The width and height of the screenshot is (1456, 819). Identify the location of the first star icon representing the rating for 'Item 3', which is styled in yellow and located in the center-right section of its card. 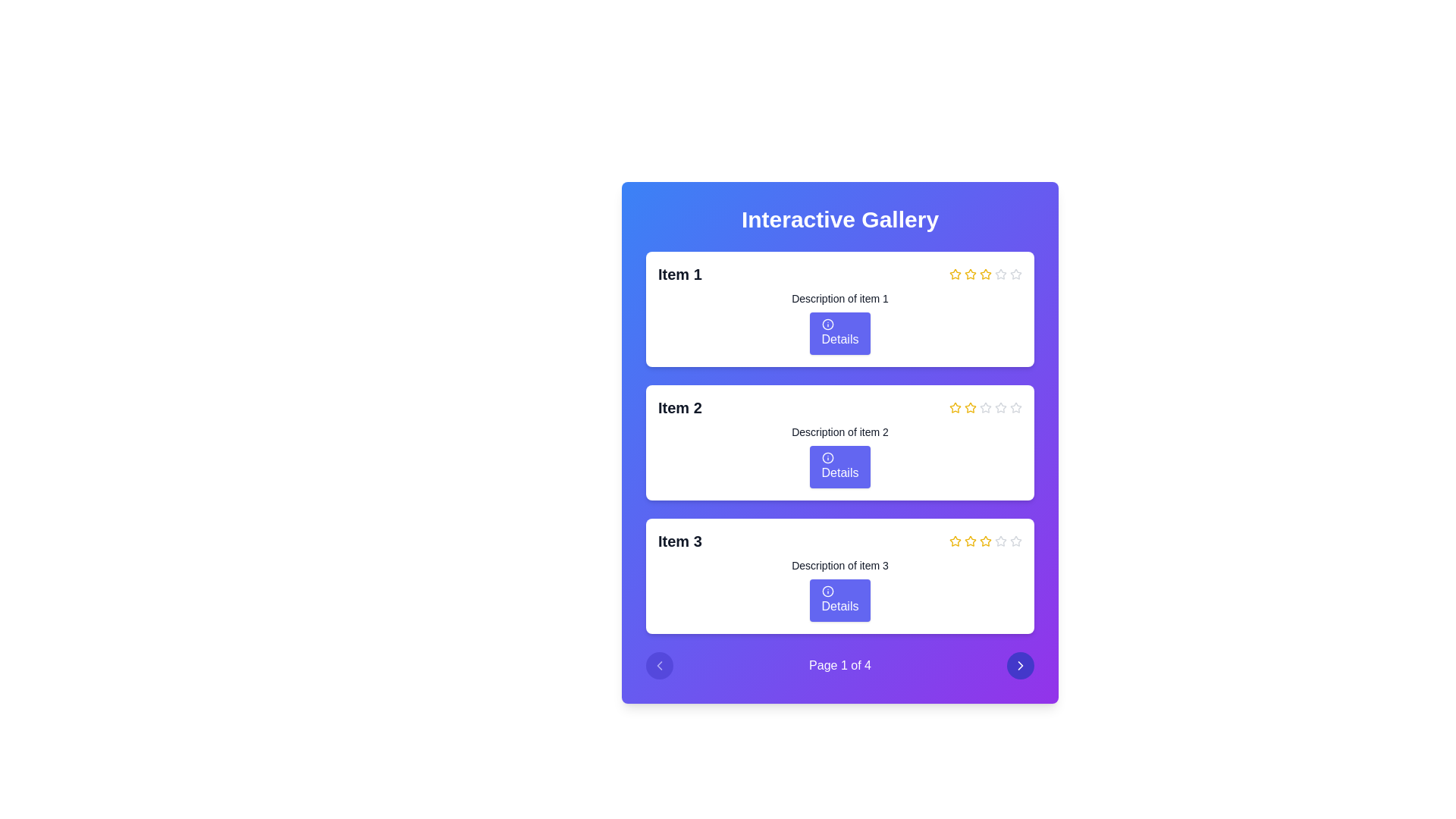
(954, 540).